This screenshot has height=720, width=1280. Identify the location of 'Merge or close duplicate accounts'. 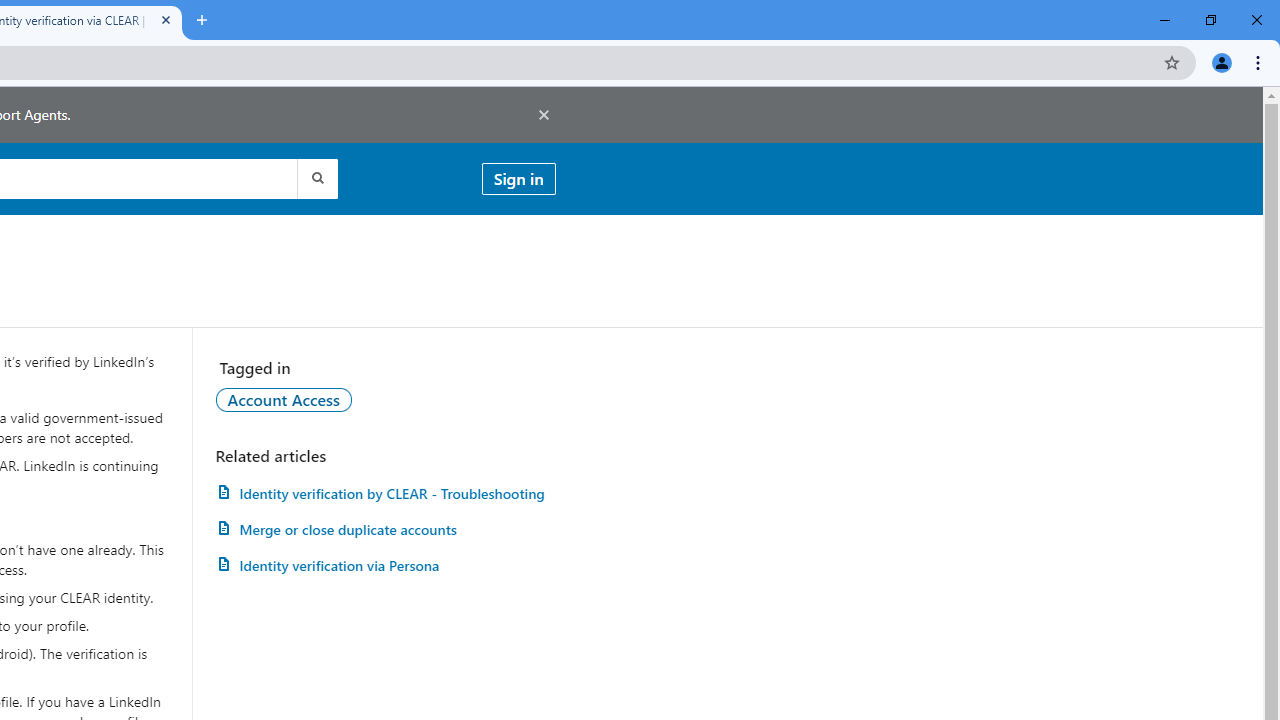
(385, 528).